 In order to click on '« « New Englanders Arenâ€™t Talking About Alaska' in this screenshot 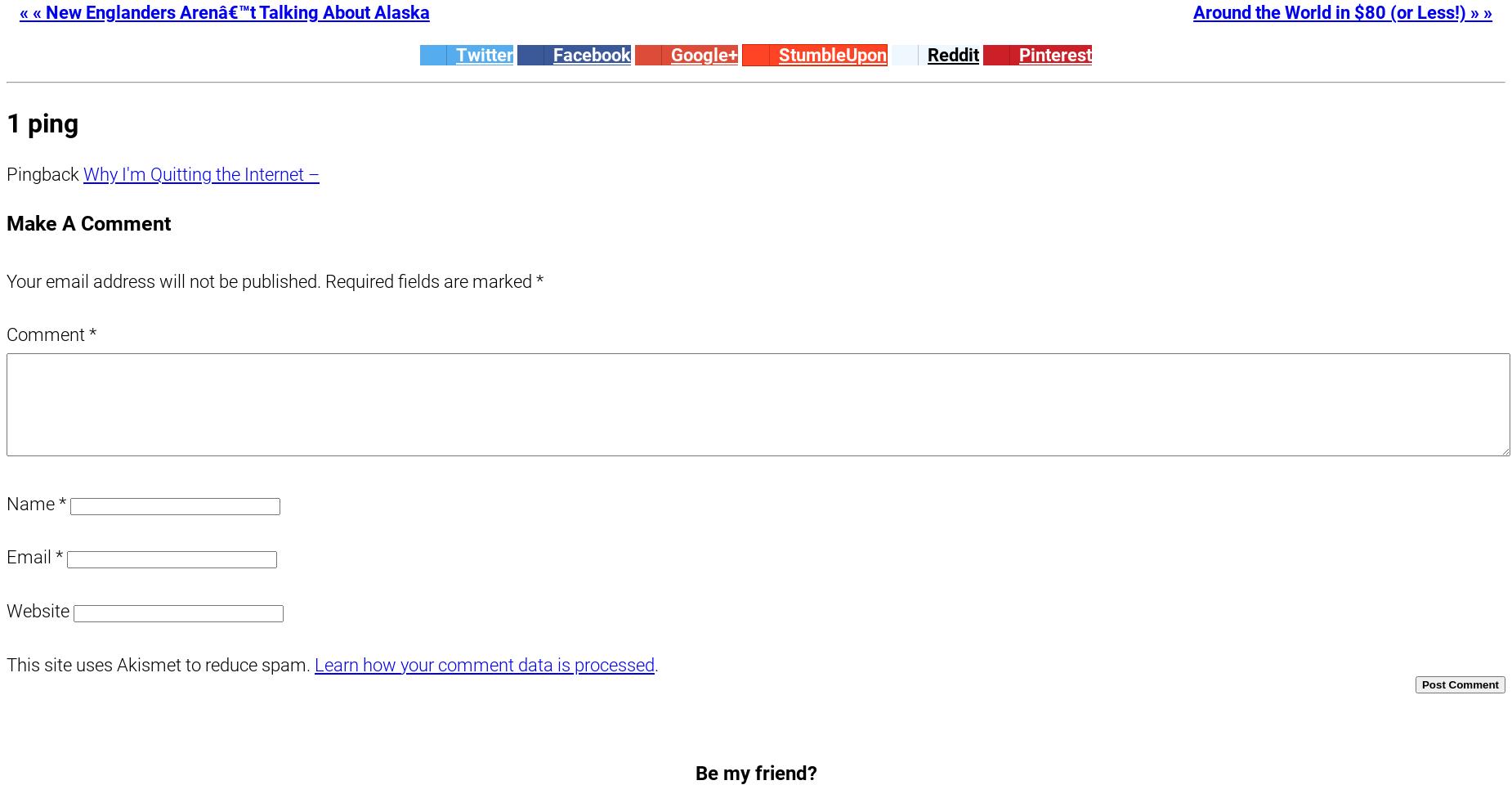, I will do `click(222, 11)`.